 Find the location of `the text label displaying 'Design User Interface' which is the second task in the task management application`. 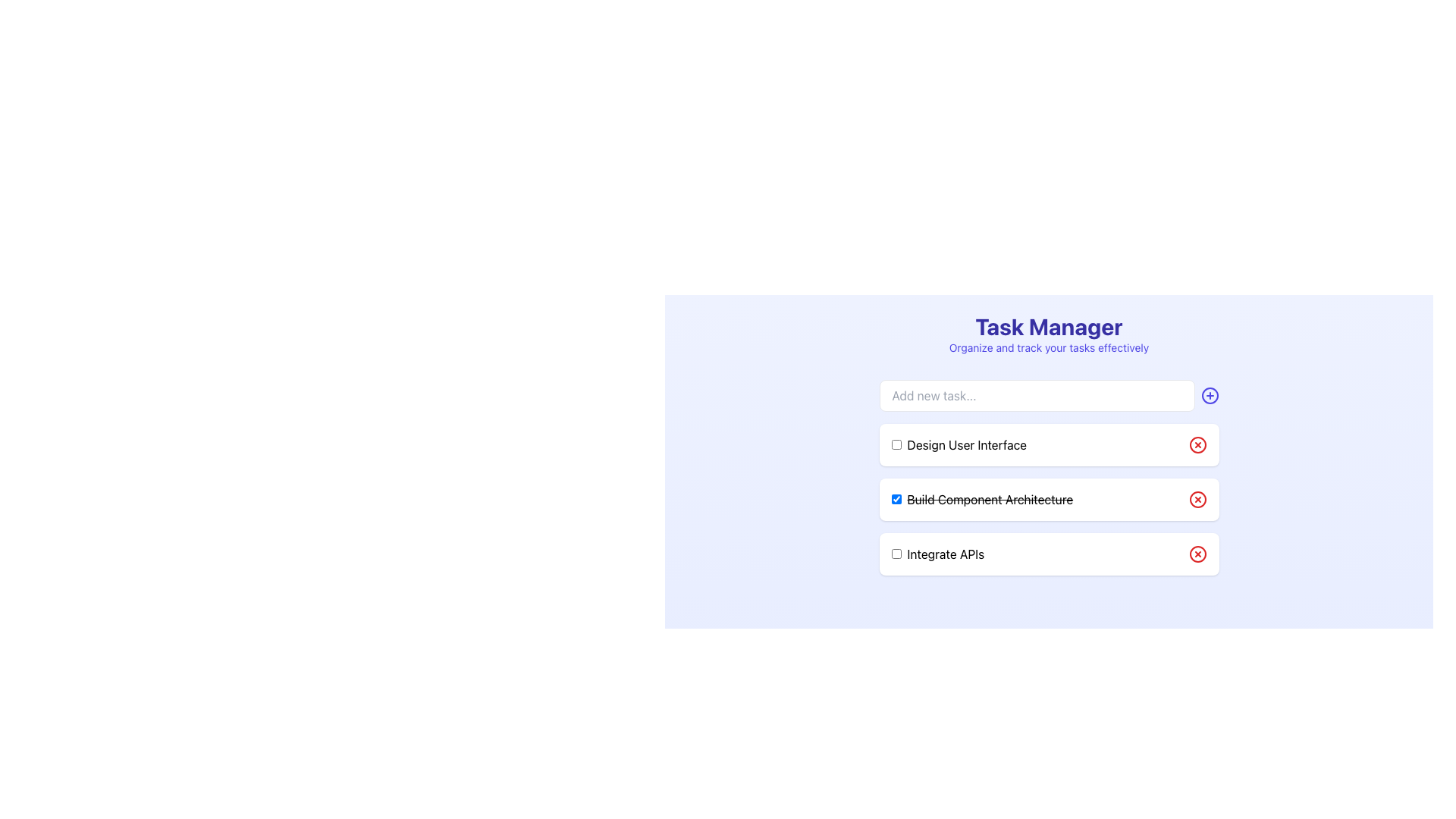

the text label displaying 'Design User Interface' which is the second task in the task management application is located at coordinates (957, 444).